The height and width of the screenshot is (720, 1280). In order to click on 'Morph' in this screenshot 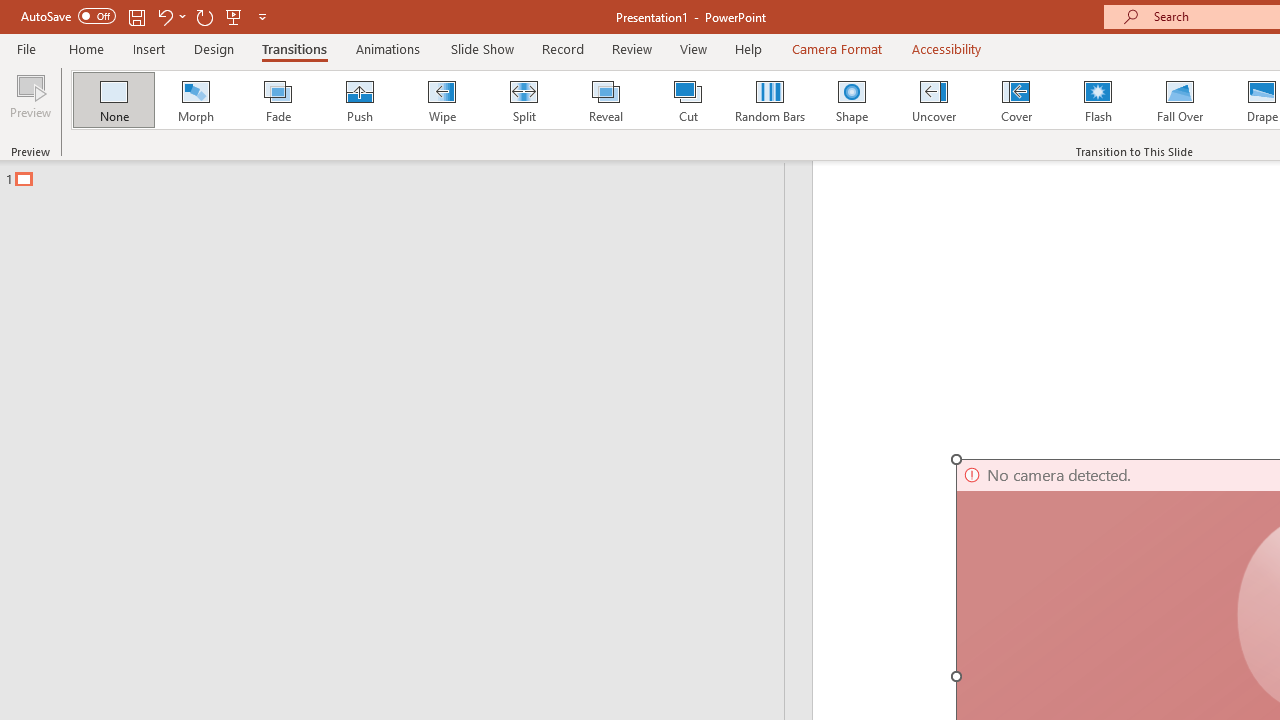, I will do `click(195, 100)`.